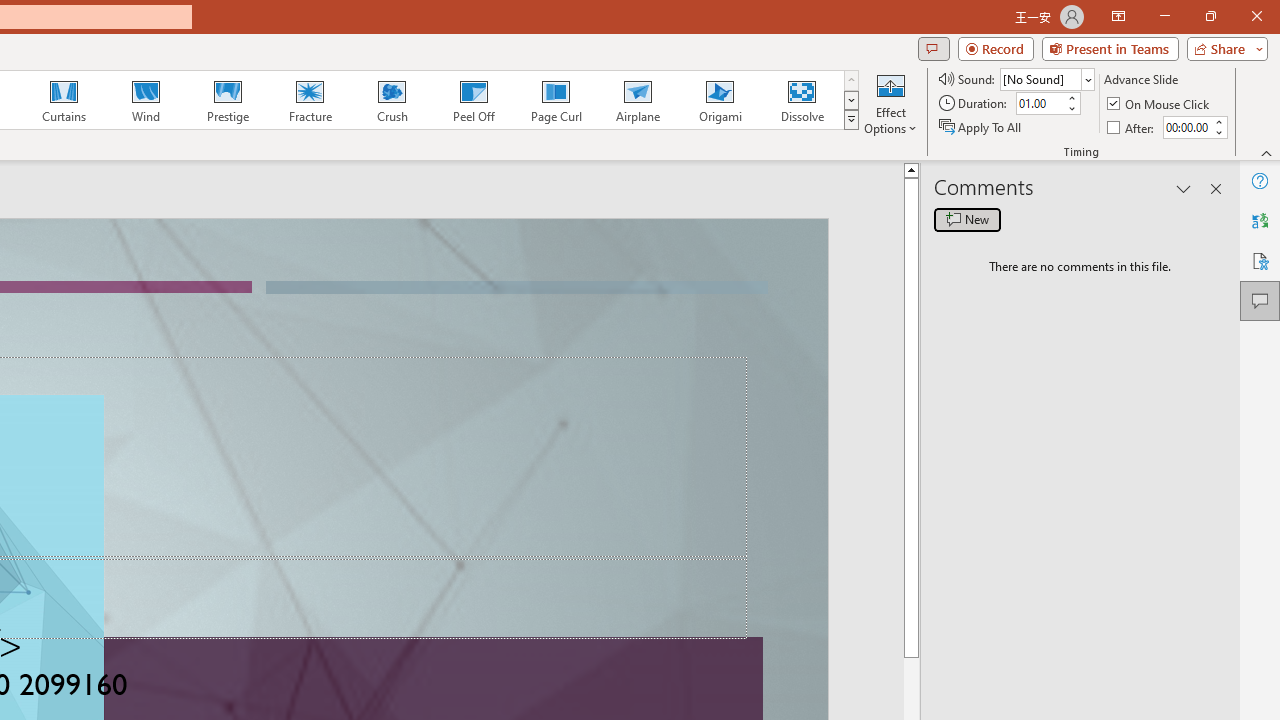 The width and height of the screenshot is (1280, 720). I want to click on 'Effect Options', so click(889, 103).